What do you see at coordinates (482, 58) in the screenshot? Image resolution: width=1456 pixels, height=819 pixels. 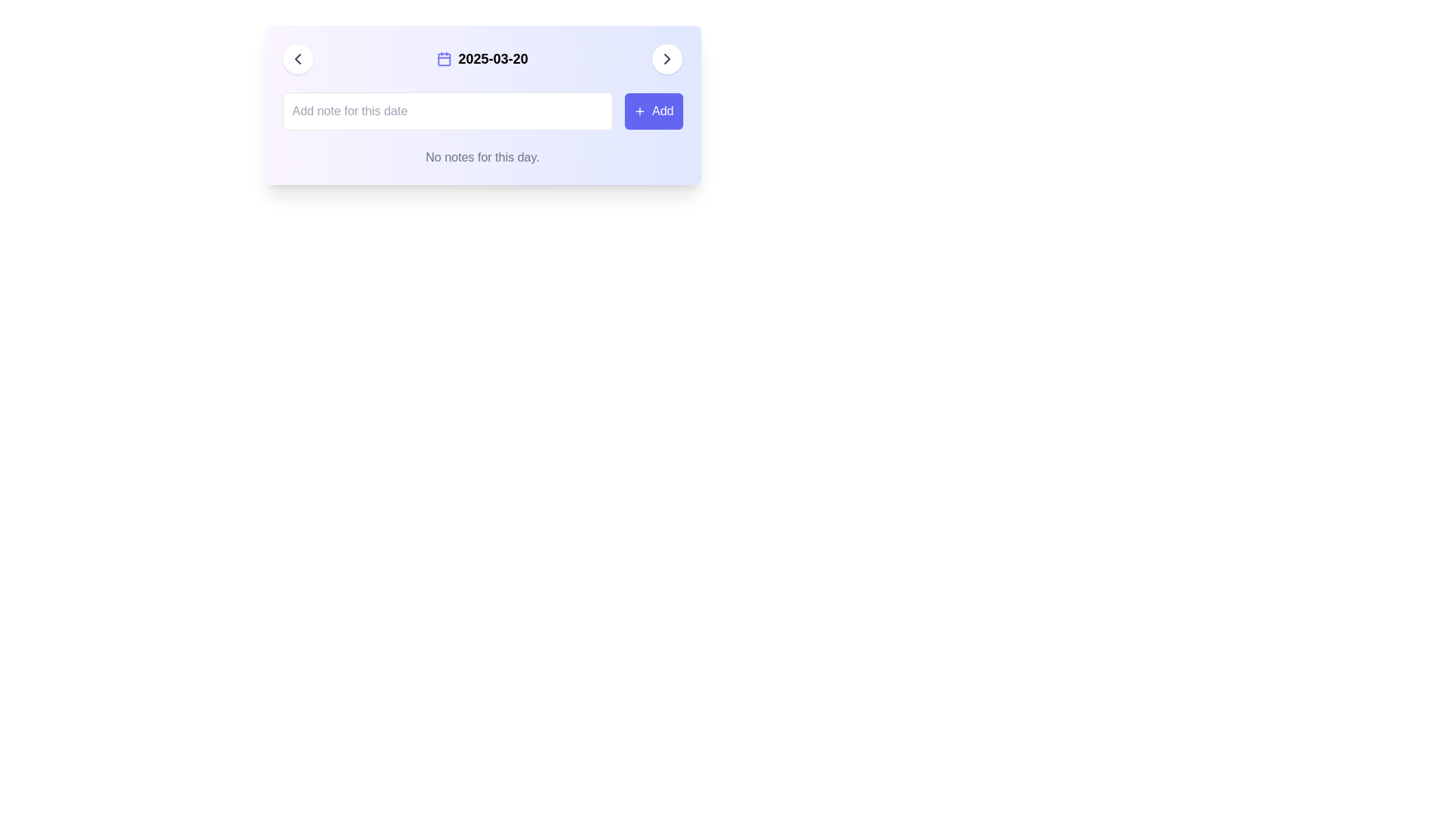 I see `the centered static text displaying the date '2025-03-20' with a calendar icon to its left, located at the top-center of a rectangular card panel` at bounding box center [482, 58].